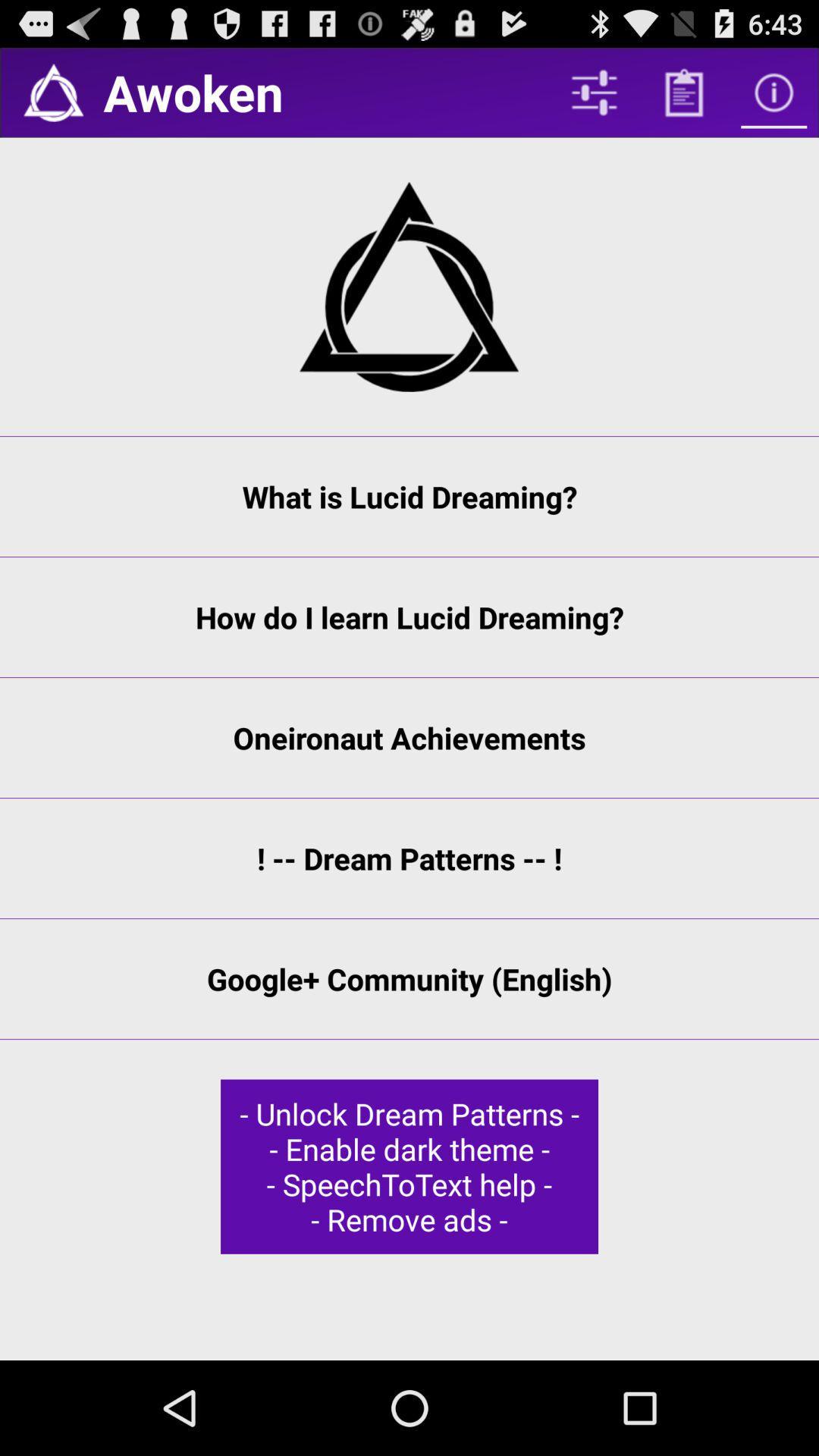 Image resolution: width=819 pixels, height=1456 pixels. I want to click on the item below the ! -- dream patterns -- ! icon, so click(409, 979).